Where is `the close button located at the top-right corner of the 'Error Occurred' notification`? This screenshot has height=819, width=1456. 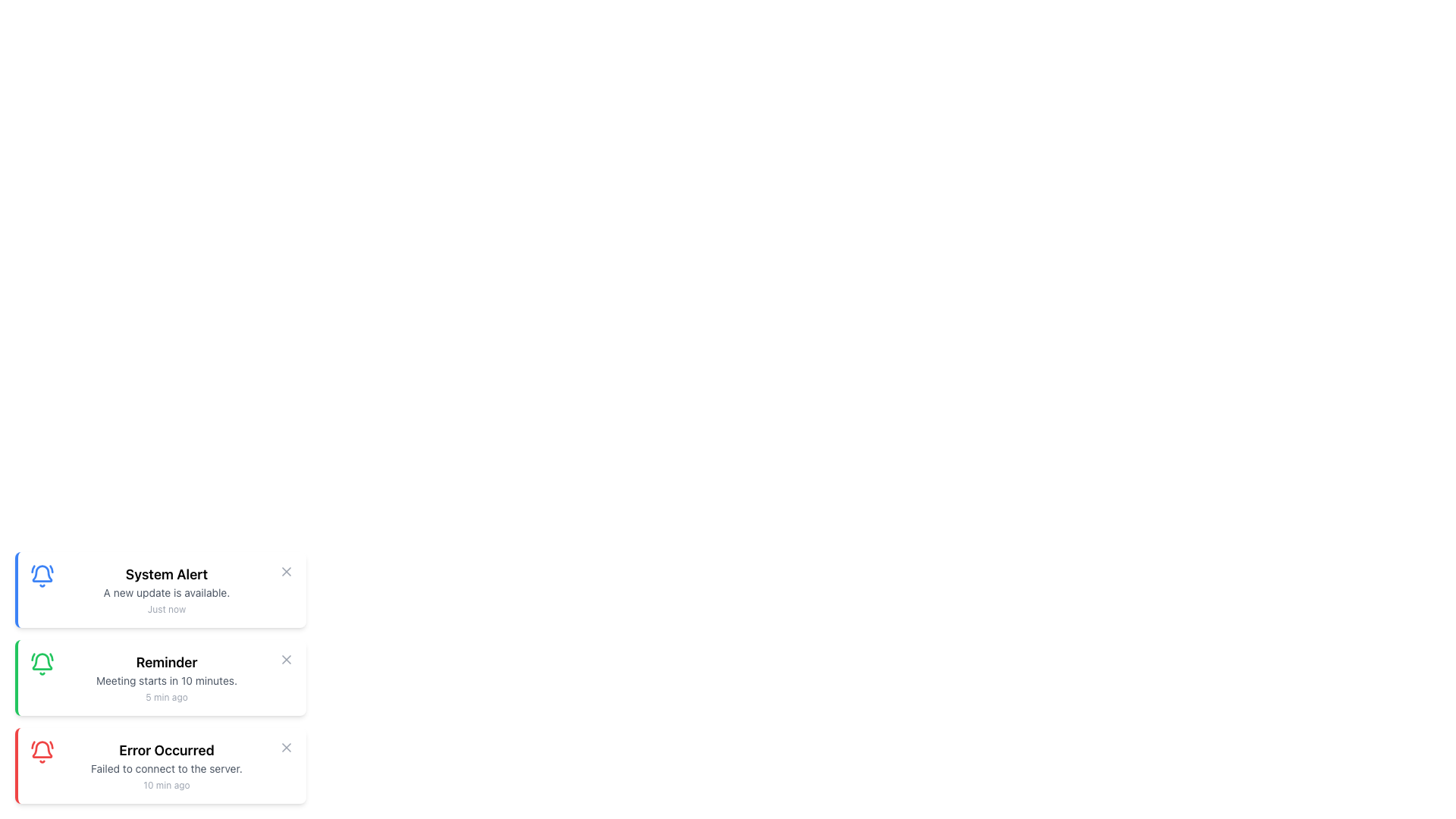 the close button located at the top-right corner of the 'Error Occurred' notification is located at coordinates (287, 747).